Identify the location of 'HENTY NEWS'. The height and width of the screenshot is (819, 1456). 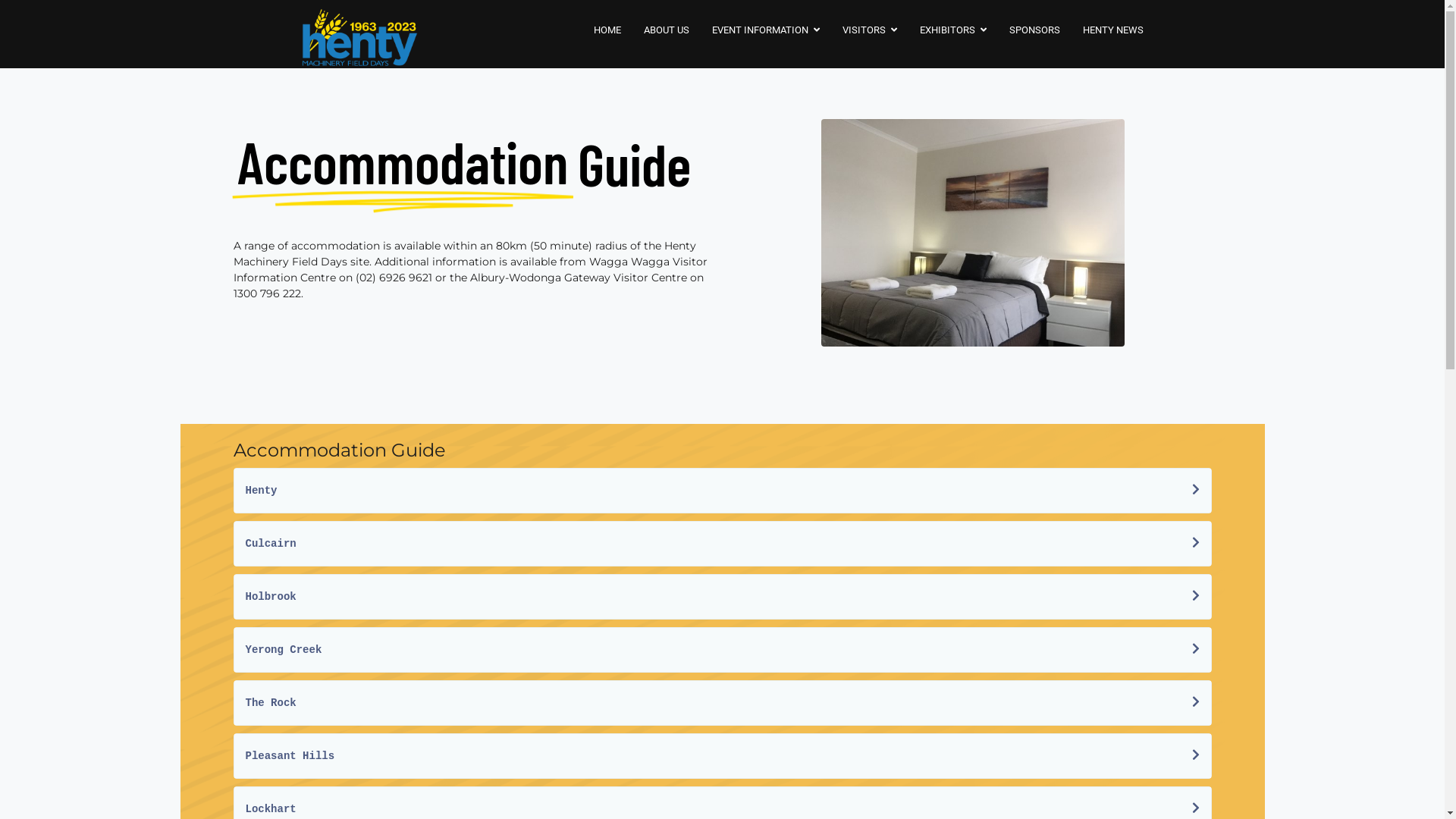
(1112, 30).